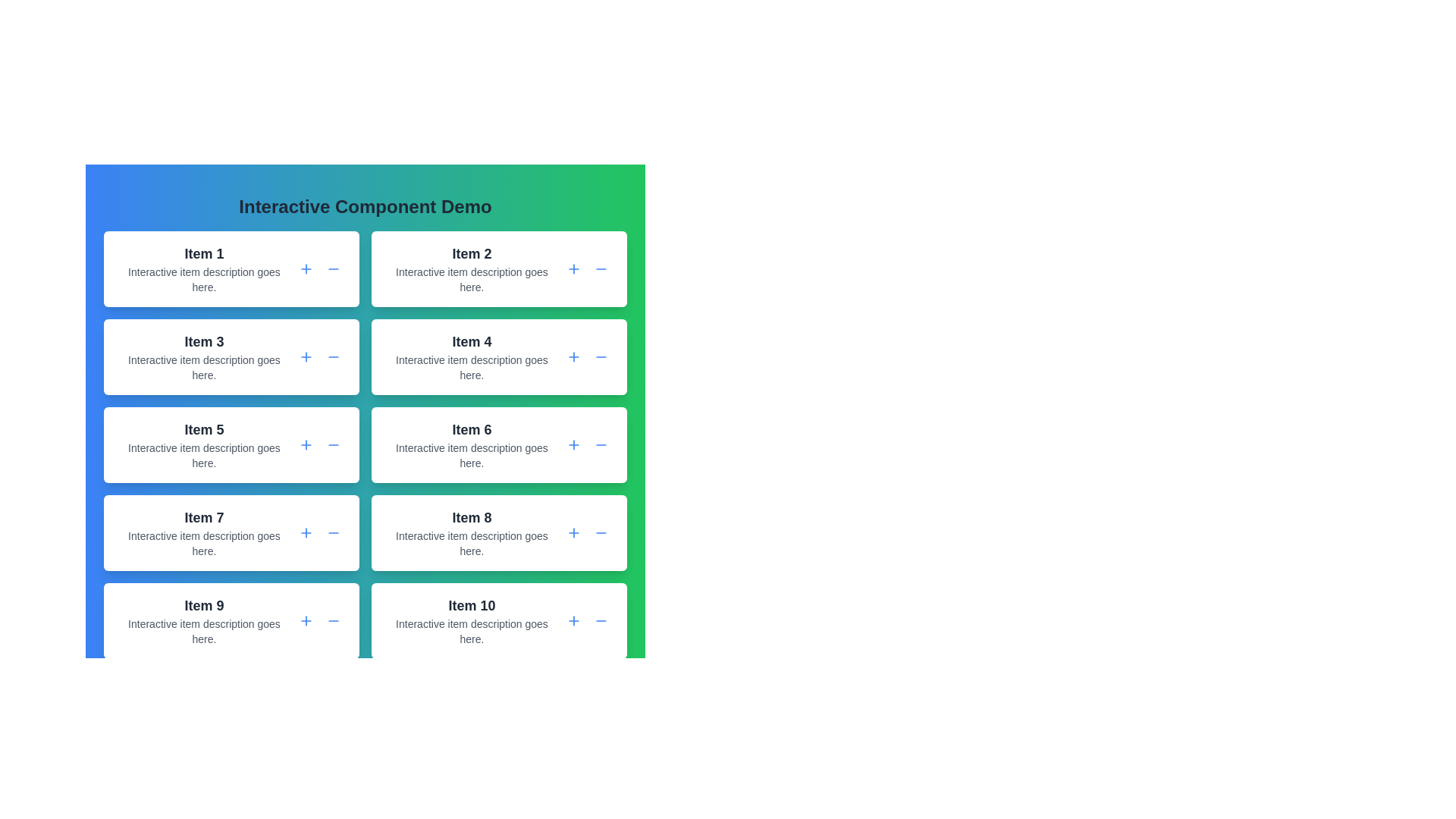 Image resolution: width=1456 pixels, height=819 pixels. Describe the element at coordinates (231, 620) in the screenshot. I see `the '−' button on the ninth item card located in the bottom-left corner of the grid layout` at that location.